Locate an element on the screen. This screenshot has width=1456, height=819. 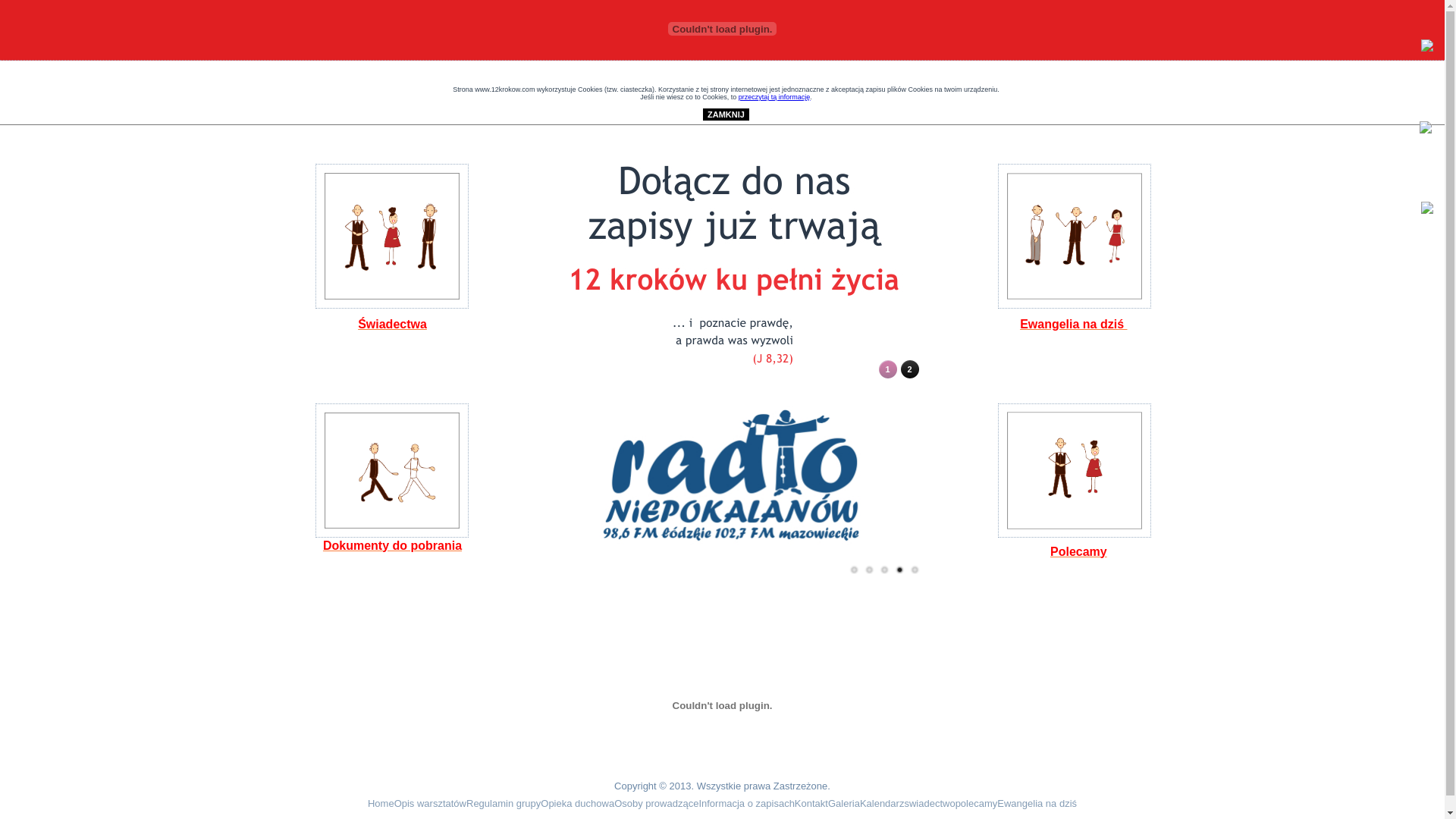
'Galeria' is located at coordinates (843, 803).